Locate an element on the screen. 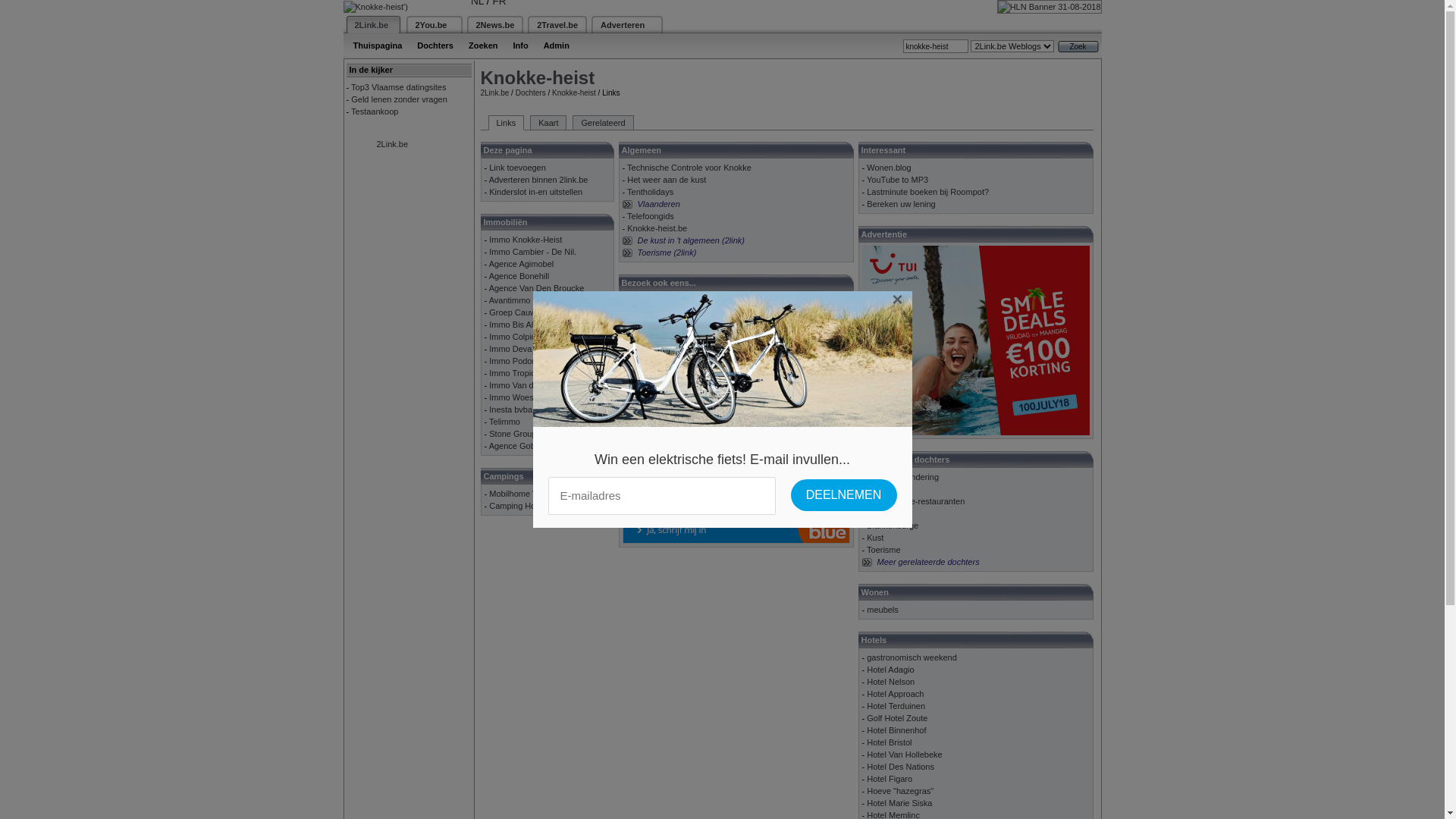 This screenshot has width=1456, height=819. 'Kinderslot in-en uitstellen' is located at coordinates (488, 191).